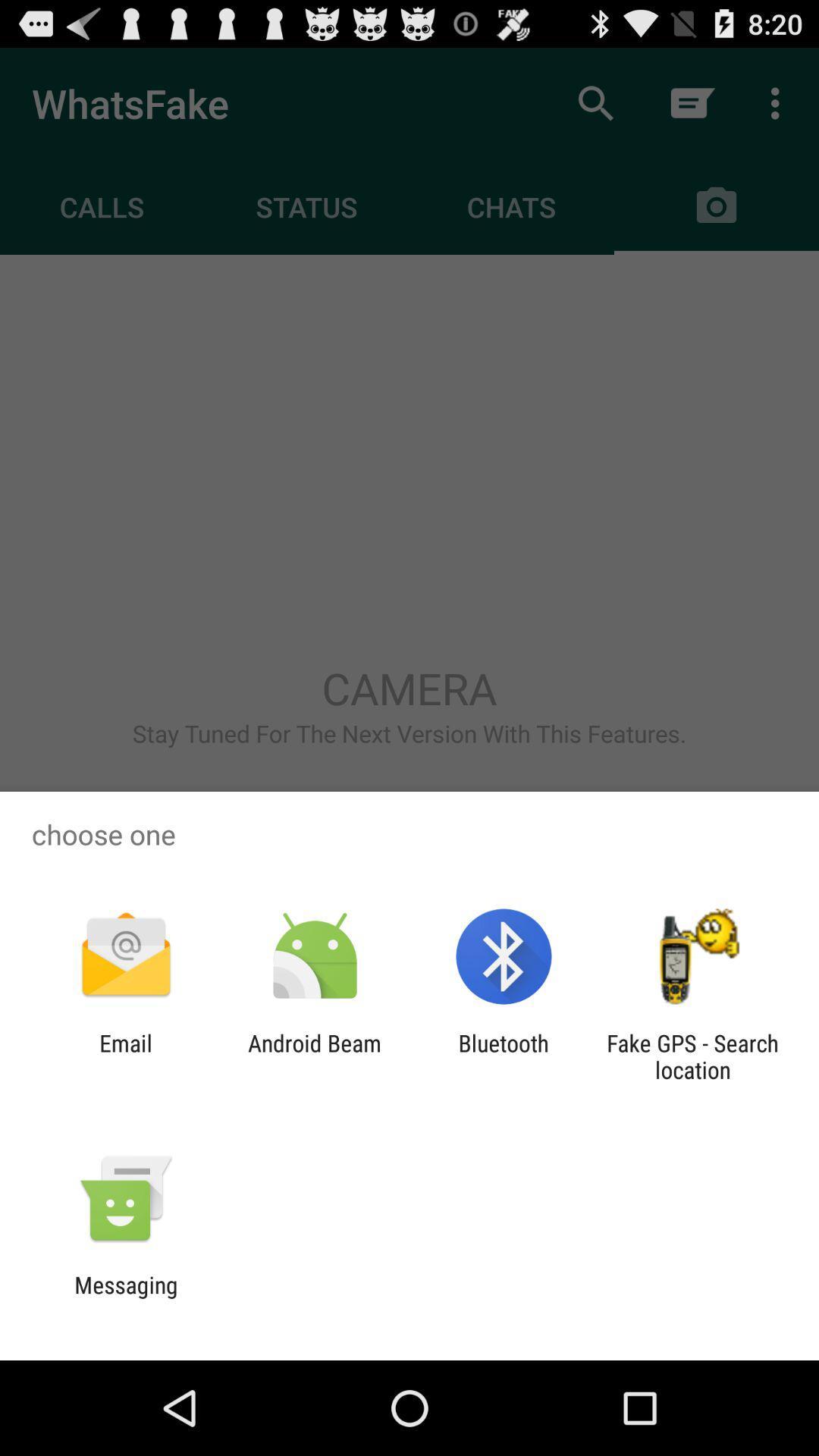 The height and width of the screenshot is (1456, 819). What do you see at coordinates (504, 1056) in the screenshot?
I see `app next to the fake gps search` at bounding box center [504, 1056].